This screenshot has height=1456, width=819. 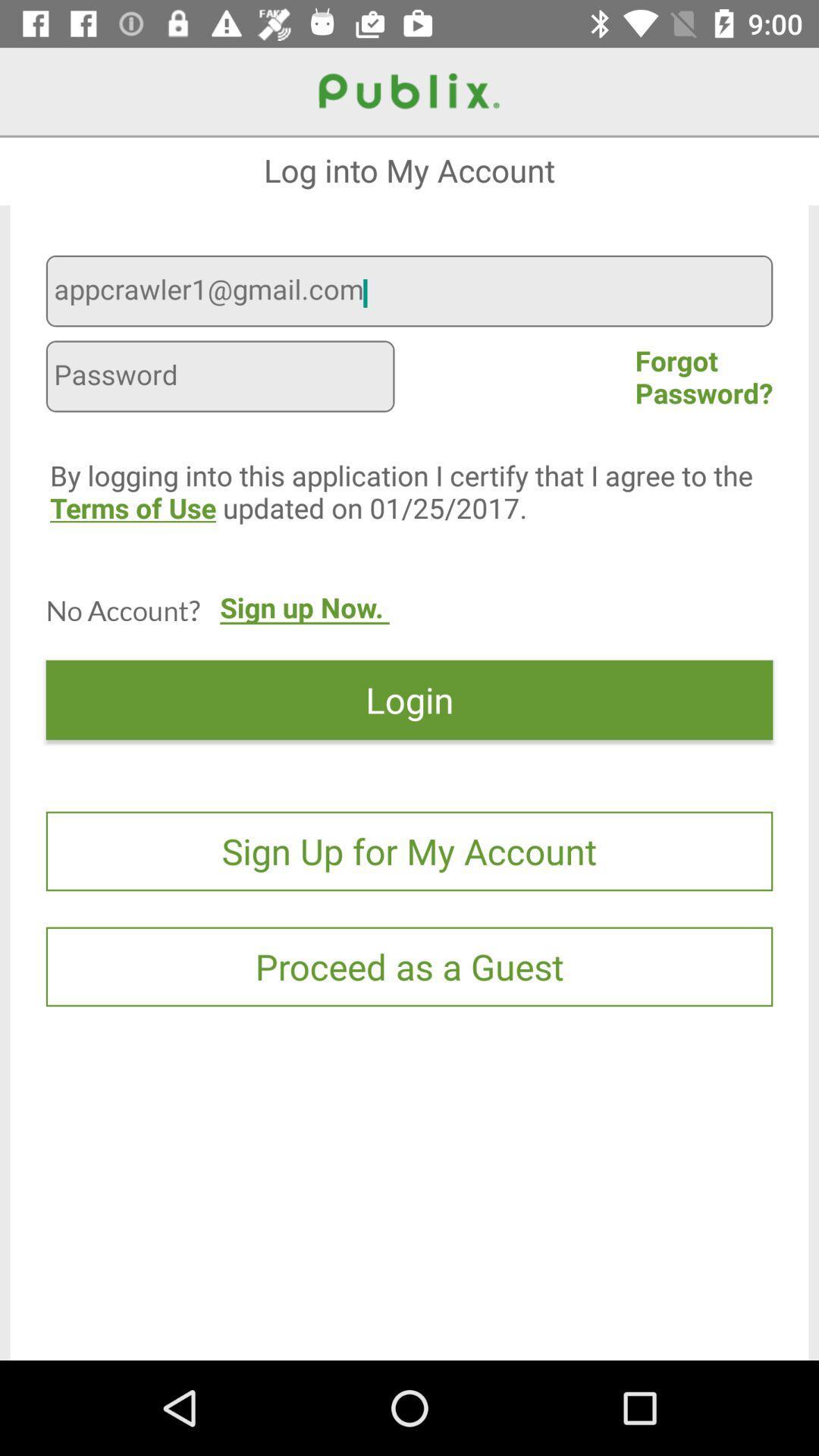 I want to click on the icon above the log into my item, so click(x=409, y=136).